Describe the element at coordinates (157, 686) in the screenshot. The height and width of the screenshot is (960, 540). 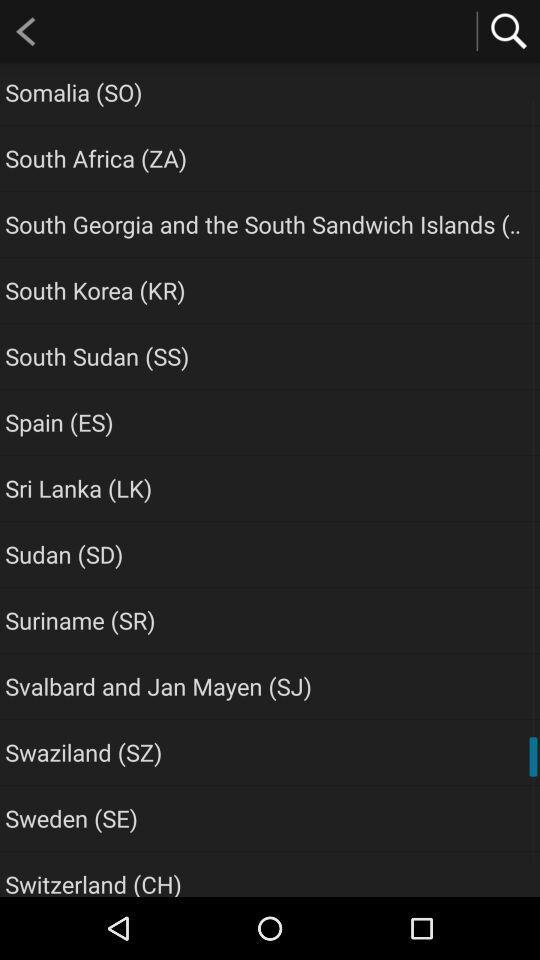
I see `the item below suriname (sr) app` at that location.